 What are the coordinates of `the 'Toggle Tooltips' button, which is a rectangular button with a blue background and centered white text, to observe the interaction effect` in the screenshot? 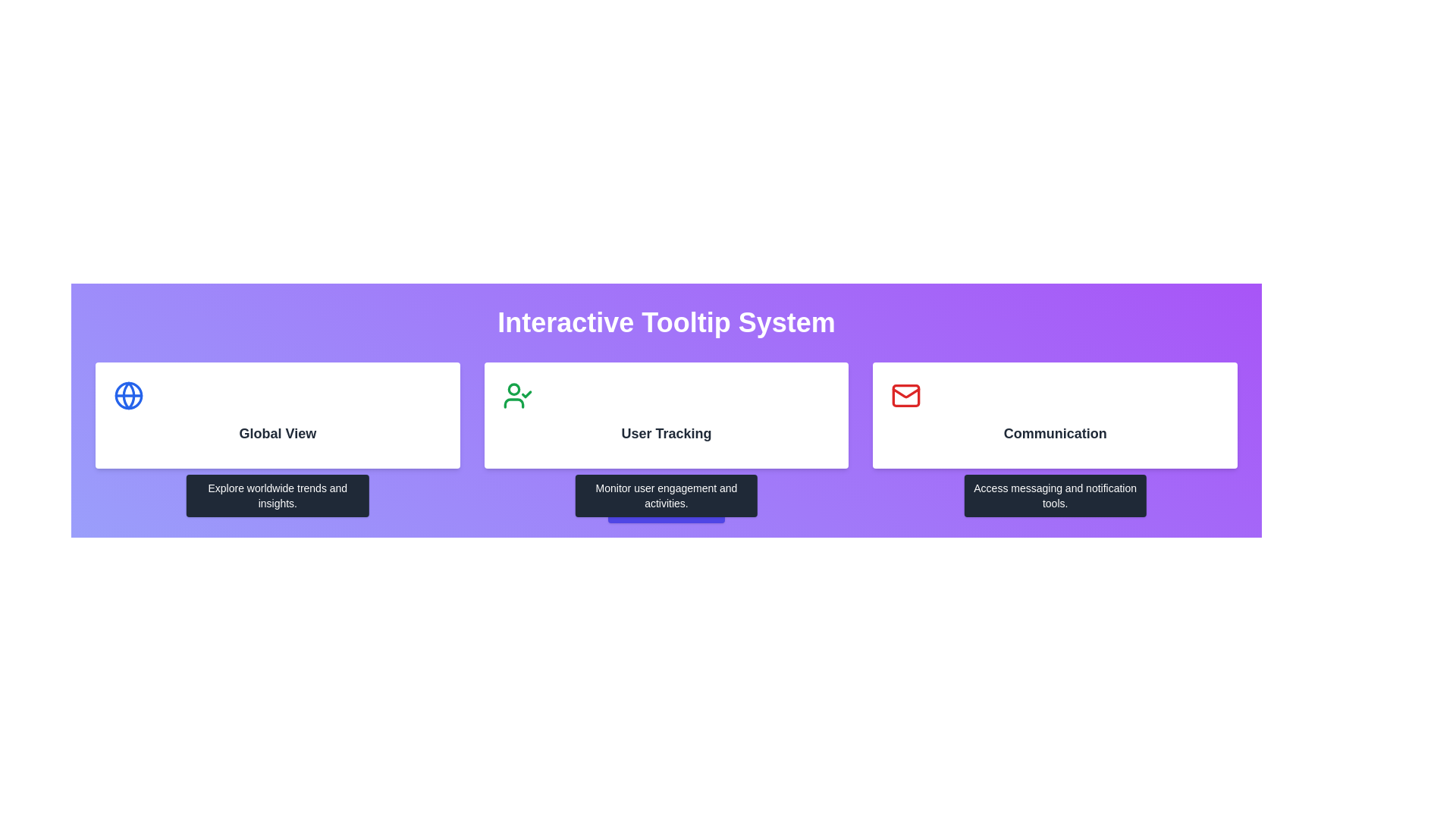 It's located at (666, 508).